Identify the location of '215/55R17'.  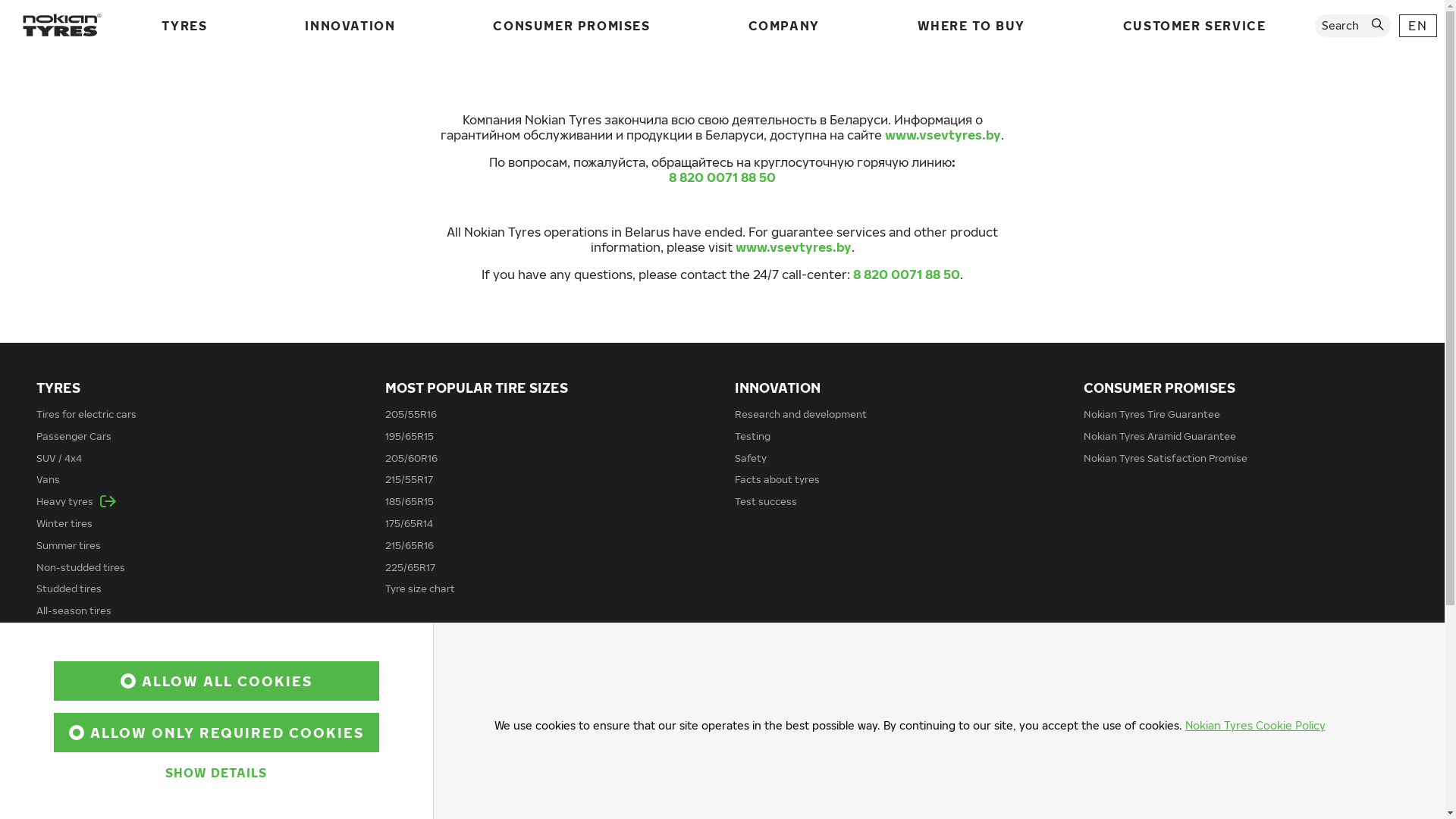
(409, 479).